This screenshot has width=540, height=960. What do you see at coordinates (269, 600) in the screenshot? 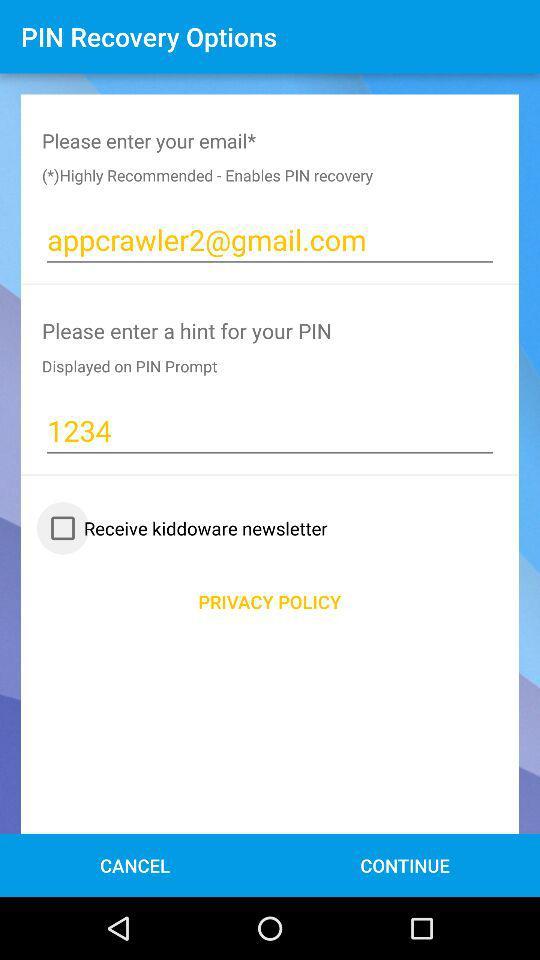
I see `icon below receive kiddoware newsletter` at bounding box center [269, 600].